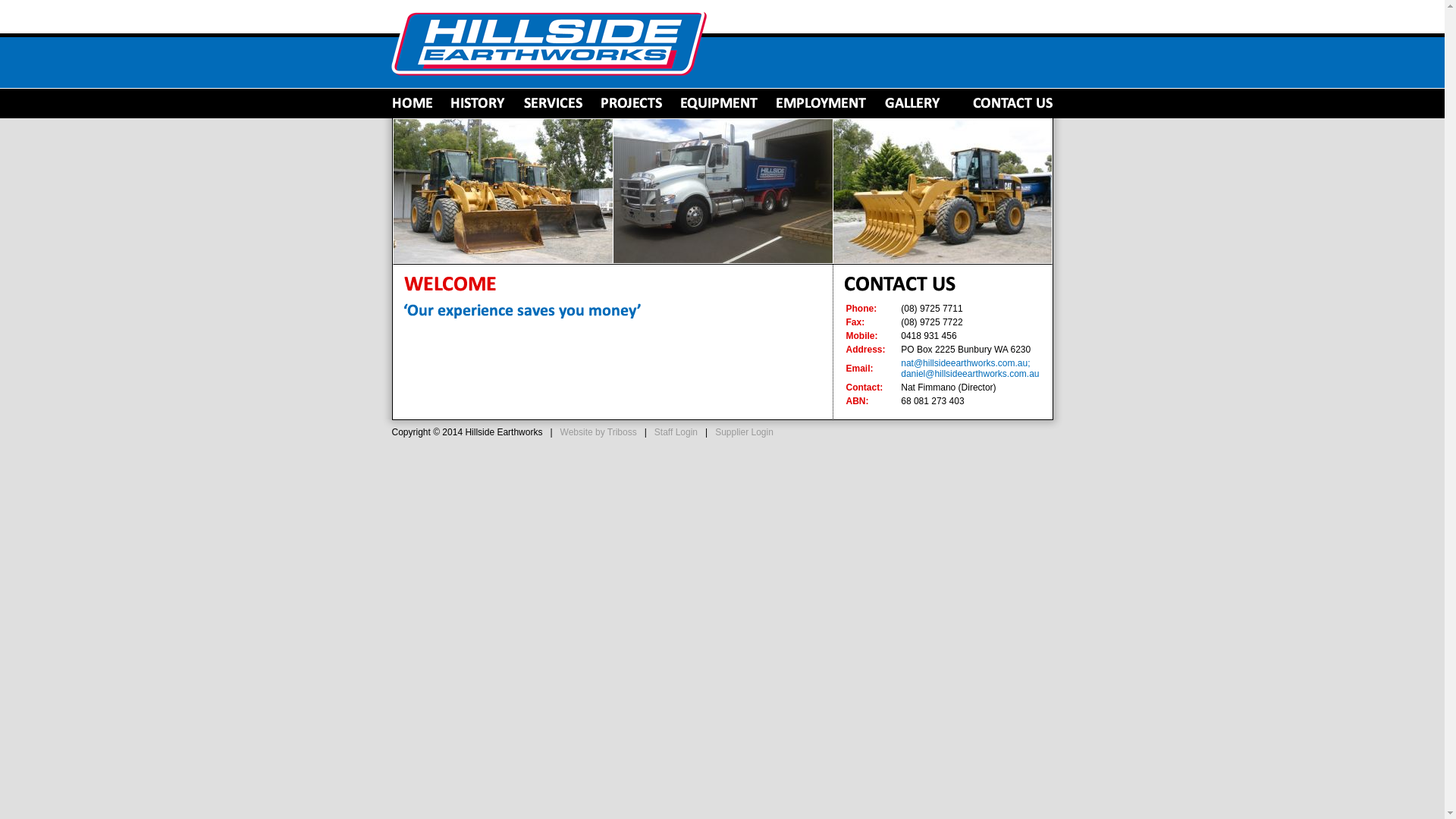 The width and height of the screenshot is (1456, 819). What do you see at coordinates (744, 432) in the screenshot?
I see `'Supplier Login'` at bounding box center [744, 432].